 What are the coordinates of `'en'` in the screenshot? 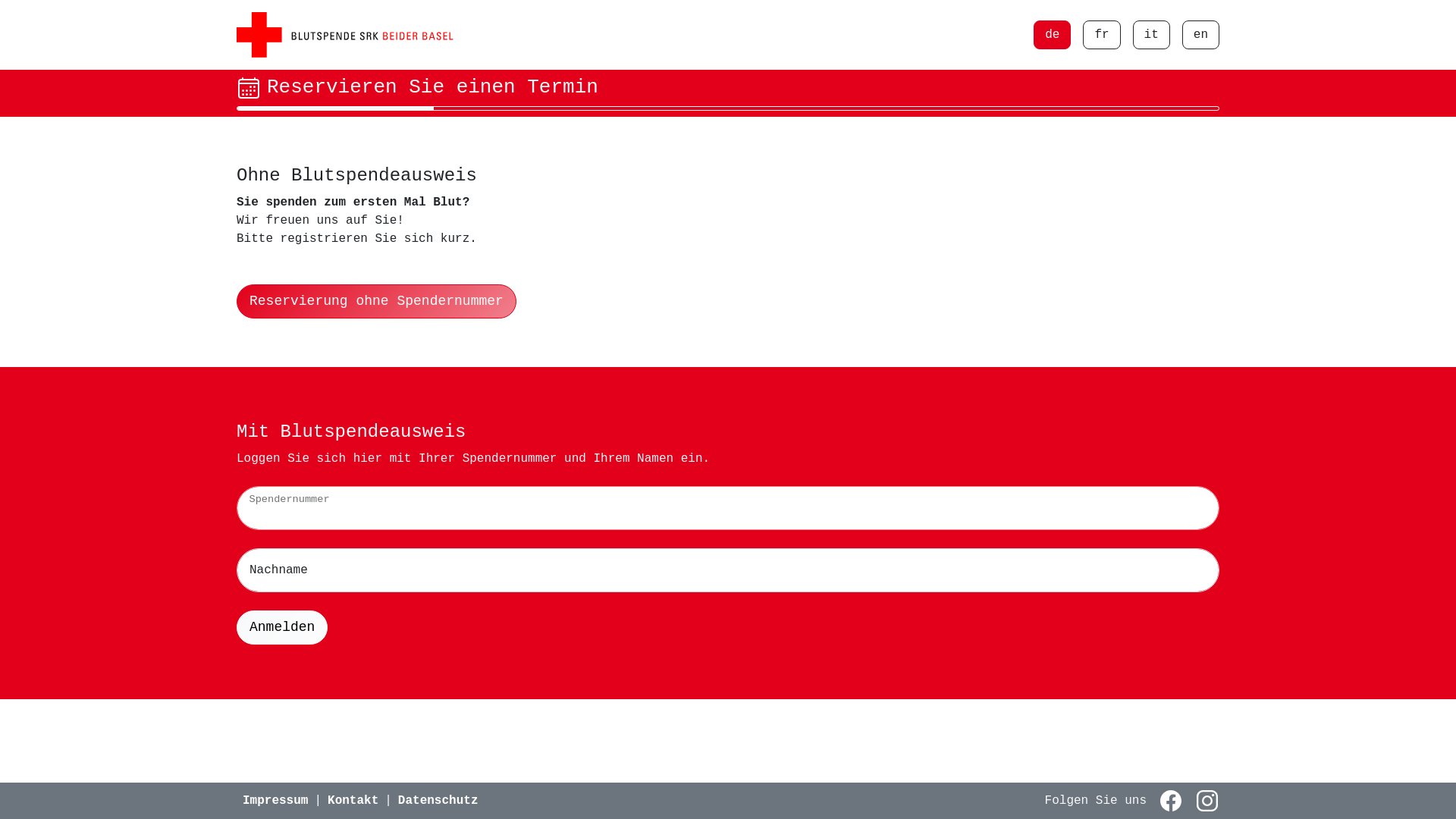 It's located at (1200, 34).